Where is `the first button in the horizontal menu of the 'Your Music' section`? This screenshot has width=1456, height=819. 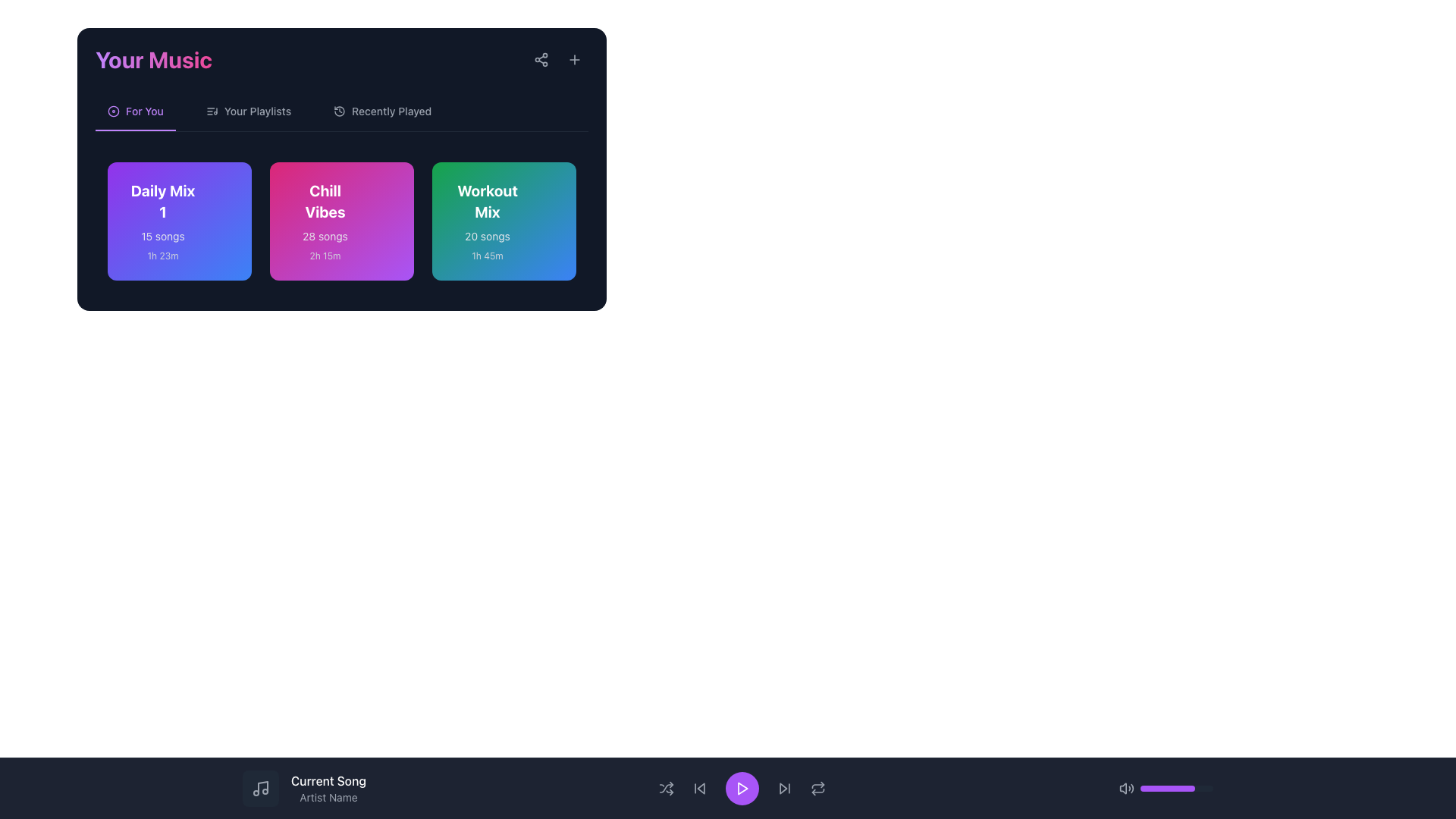
the first button in the horizontal menu of the 'Your Music' section is located at coordinates (135, 116).